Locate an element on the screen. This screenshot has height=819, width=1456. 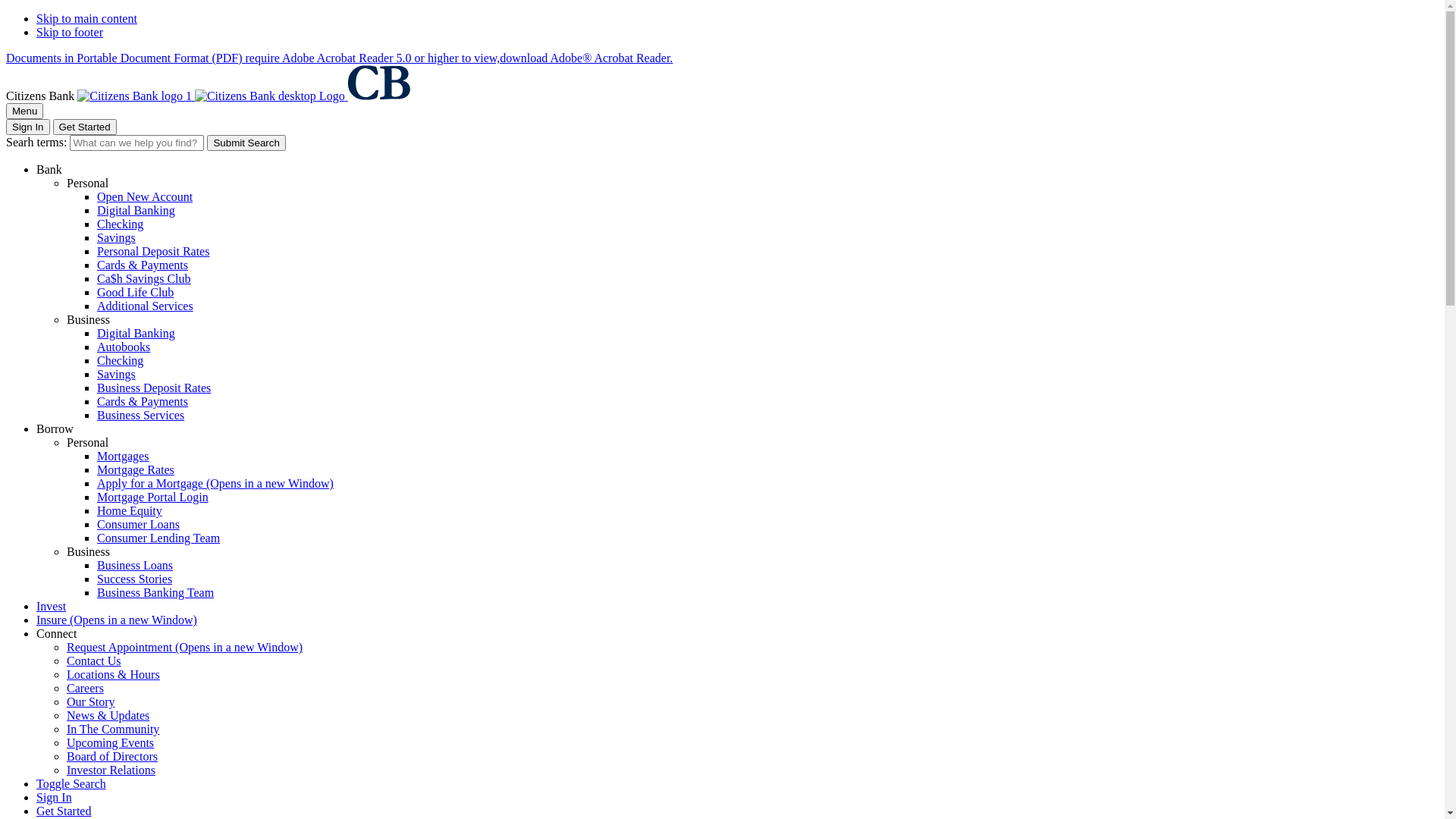
'Consumer Loans' is located at coordinates (138, 523).